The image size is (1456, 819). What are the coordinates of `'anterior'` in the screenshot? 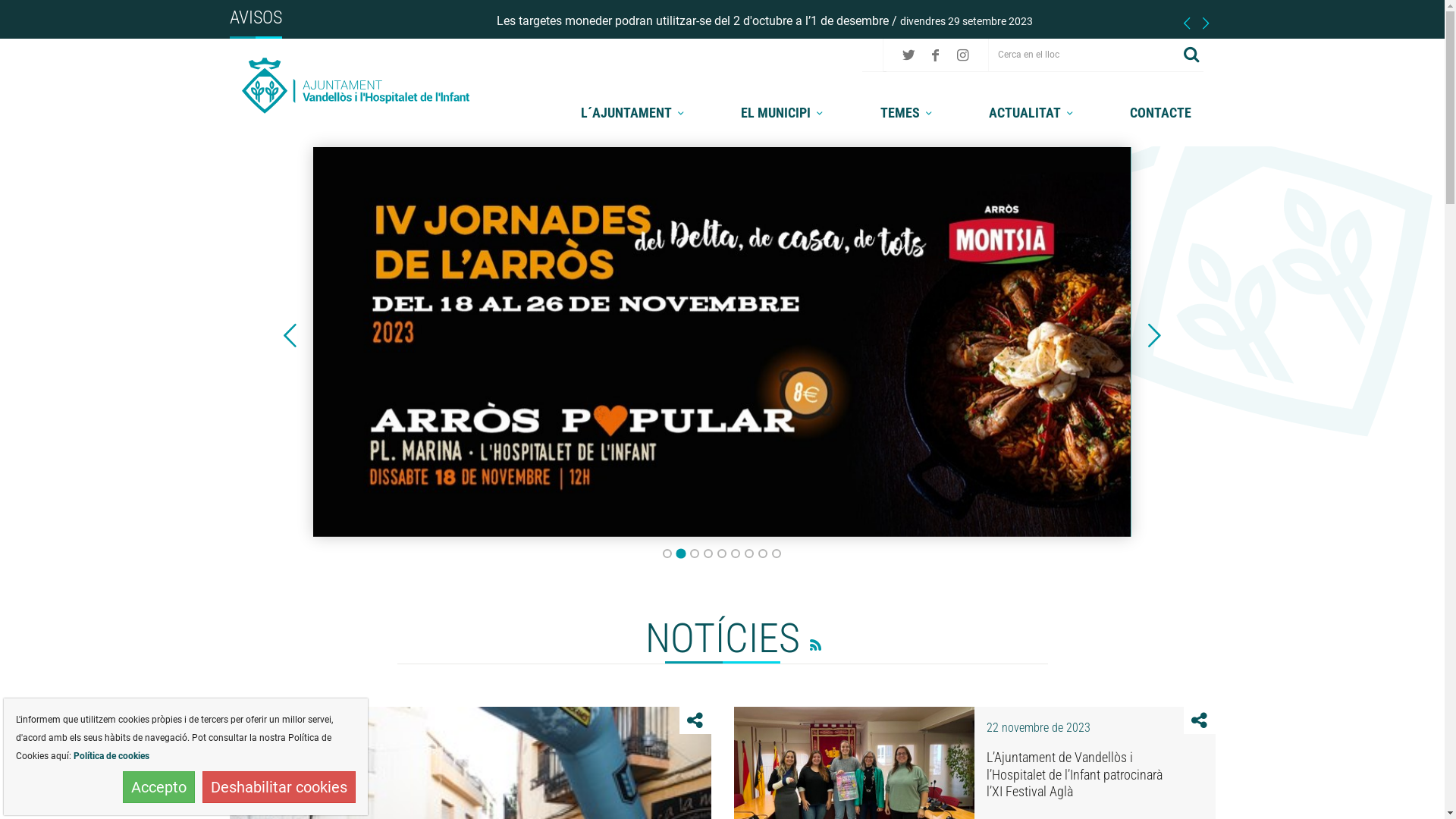 It's located at (290, 335).